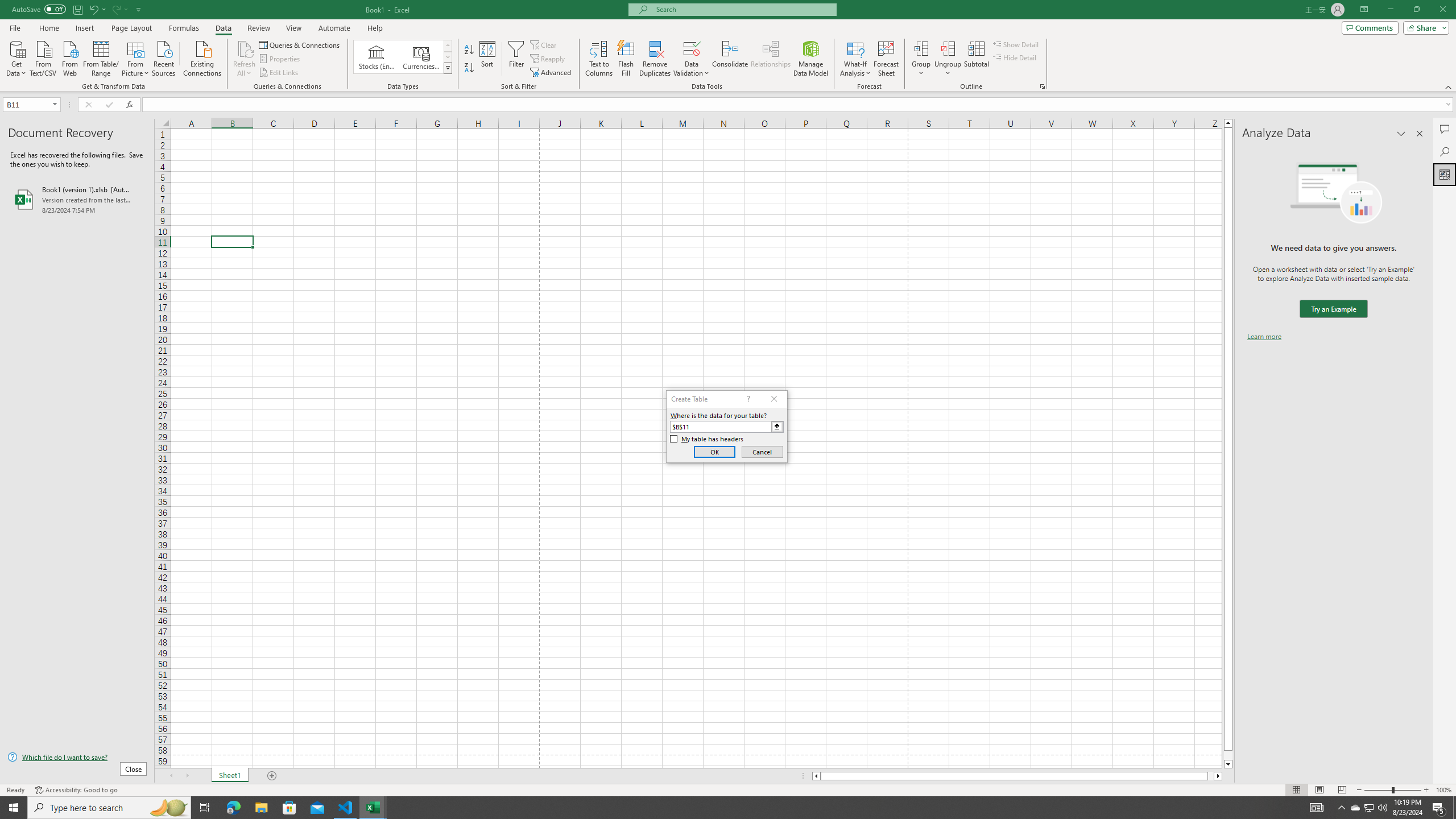 Image resolution: width=1456 pixels, height=819 pixels. I want to click on 'Show Detail', so click(1015, 44).